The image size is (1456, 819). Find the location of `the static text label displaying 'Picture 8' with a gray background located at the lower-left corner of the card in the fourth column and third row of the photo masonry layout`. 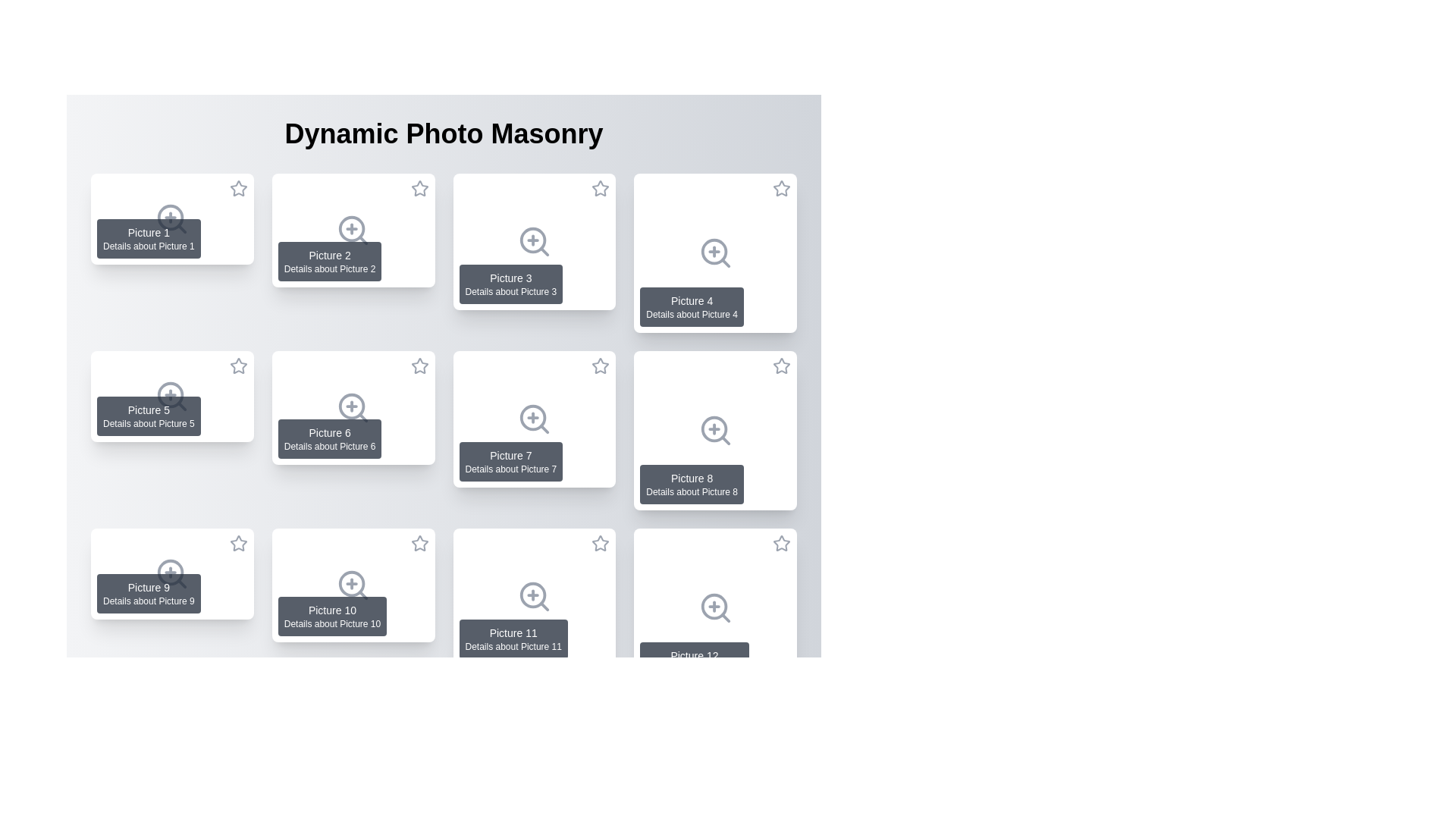

the static text label displaying 'Picture 8' with a gray background located at the lower-left corner of the card in the fourth column and third row of the photo masonry layout is located at coordinates (691, 485).